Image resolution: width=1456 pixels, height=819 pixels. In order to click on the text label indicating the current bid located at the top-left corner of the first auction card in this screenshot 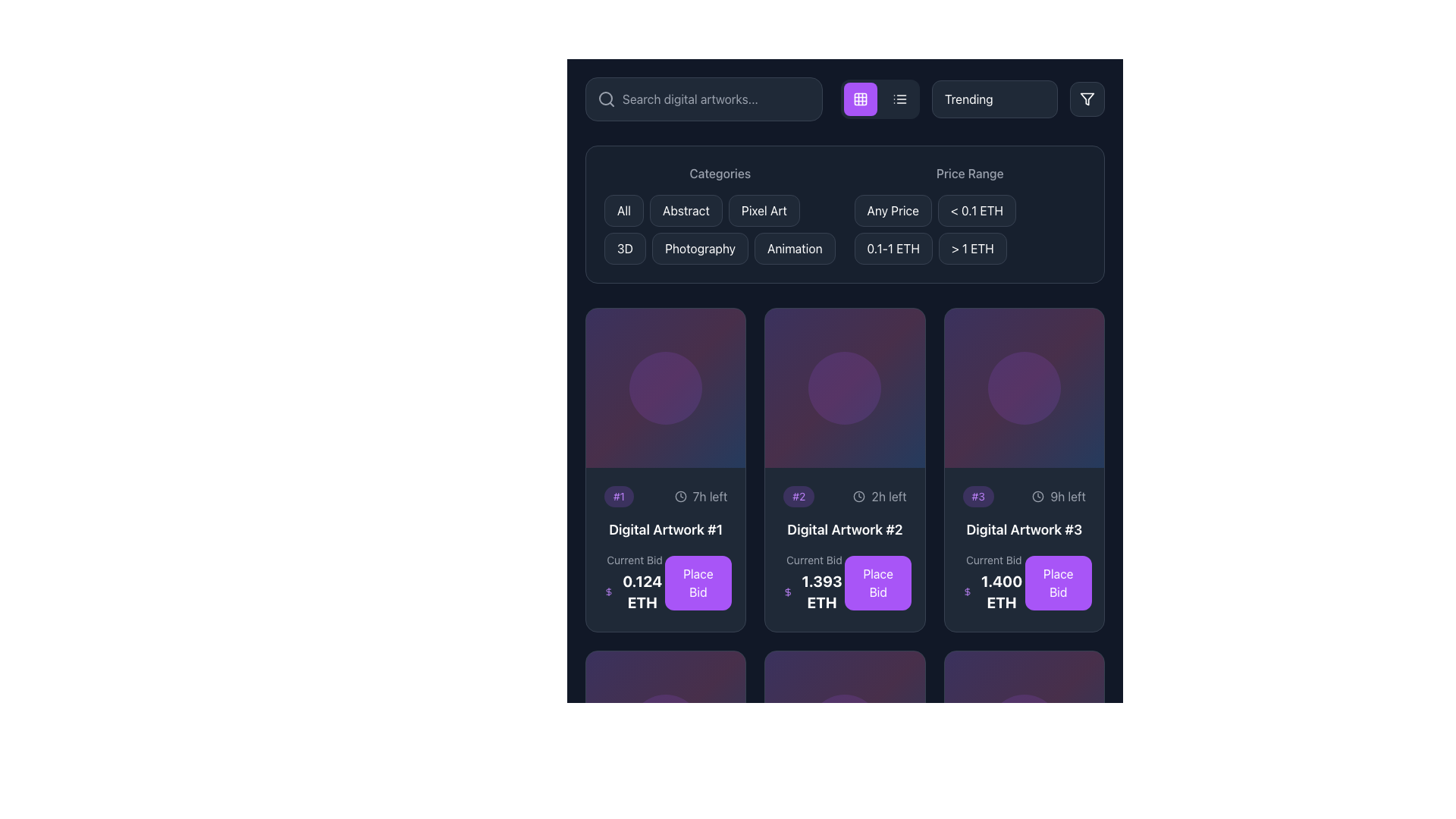, I will do `click(635, 560)`.